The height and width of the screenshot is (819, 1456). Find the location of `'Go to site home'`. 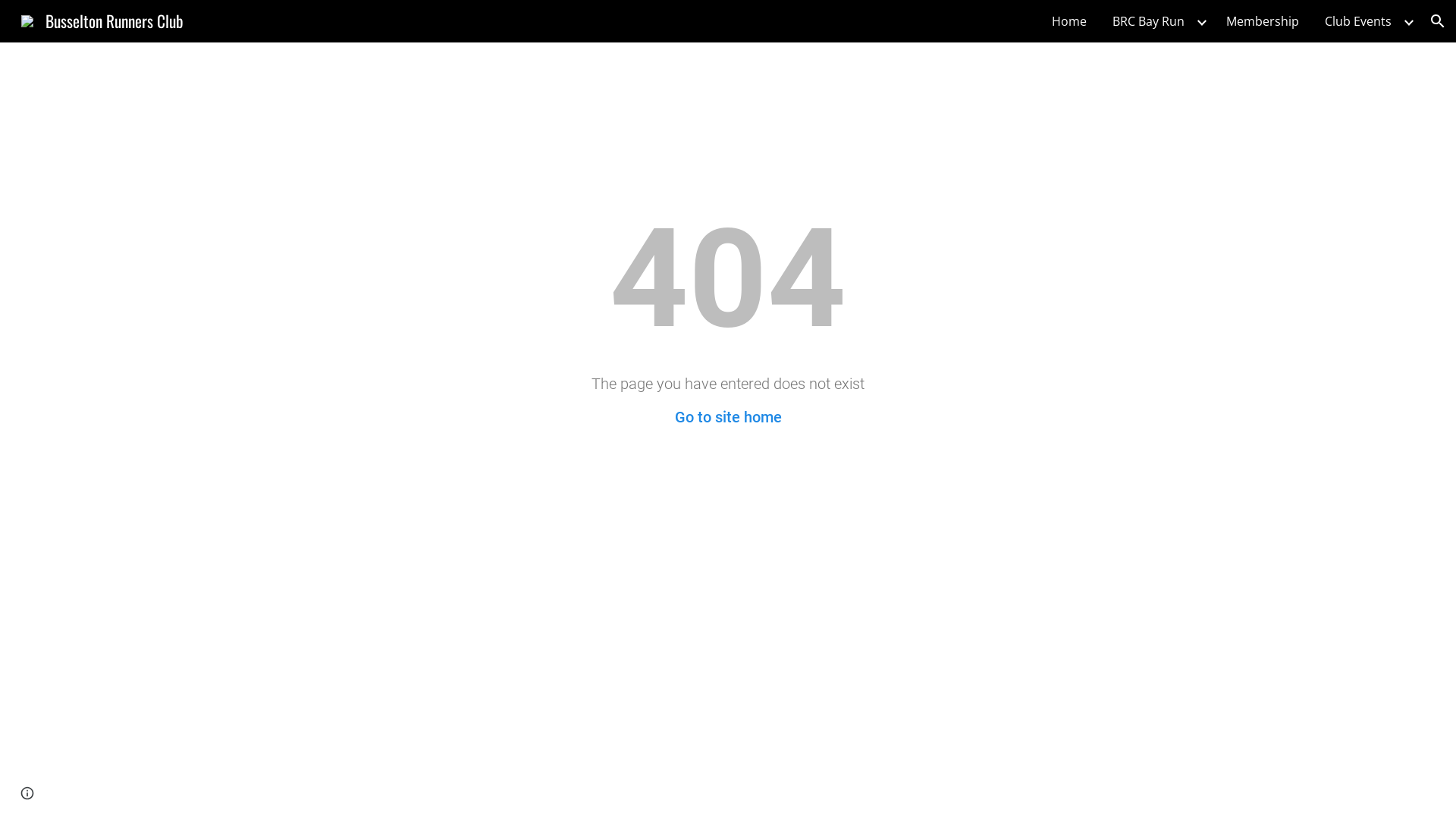

'Go to site home' is located at coordinates (728, 417).